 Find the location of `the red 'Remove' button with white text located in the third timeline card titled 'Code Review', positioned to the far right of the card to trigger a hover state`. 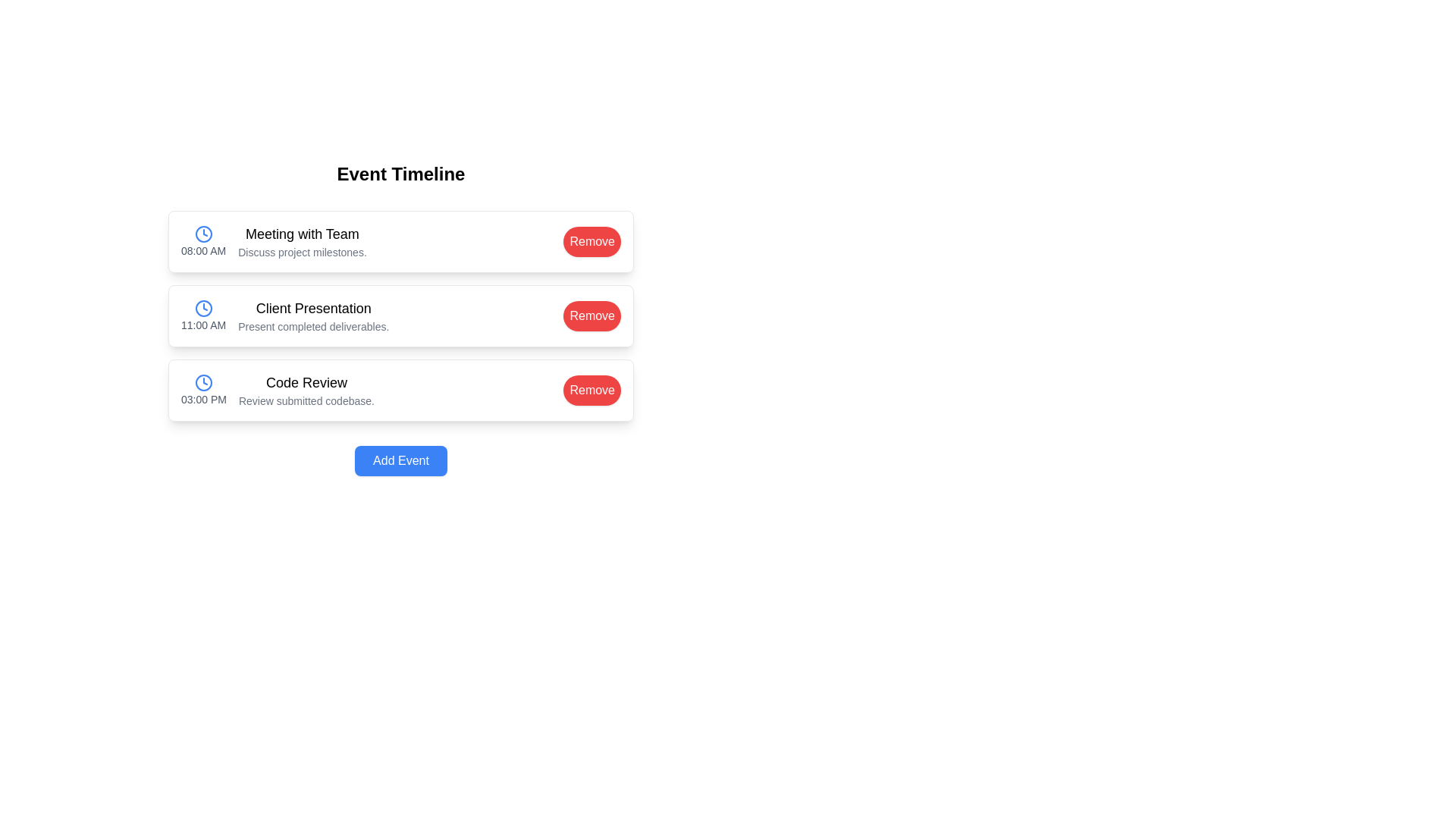

the red 'Remove' button with white text located in the third timeline card titled 'Code Review', positioned to the far right of the card to trigger a hover state is located at coordinates (591, 389).